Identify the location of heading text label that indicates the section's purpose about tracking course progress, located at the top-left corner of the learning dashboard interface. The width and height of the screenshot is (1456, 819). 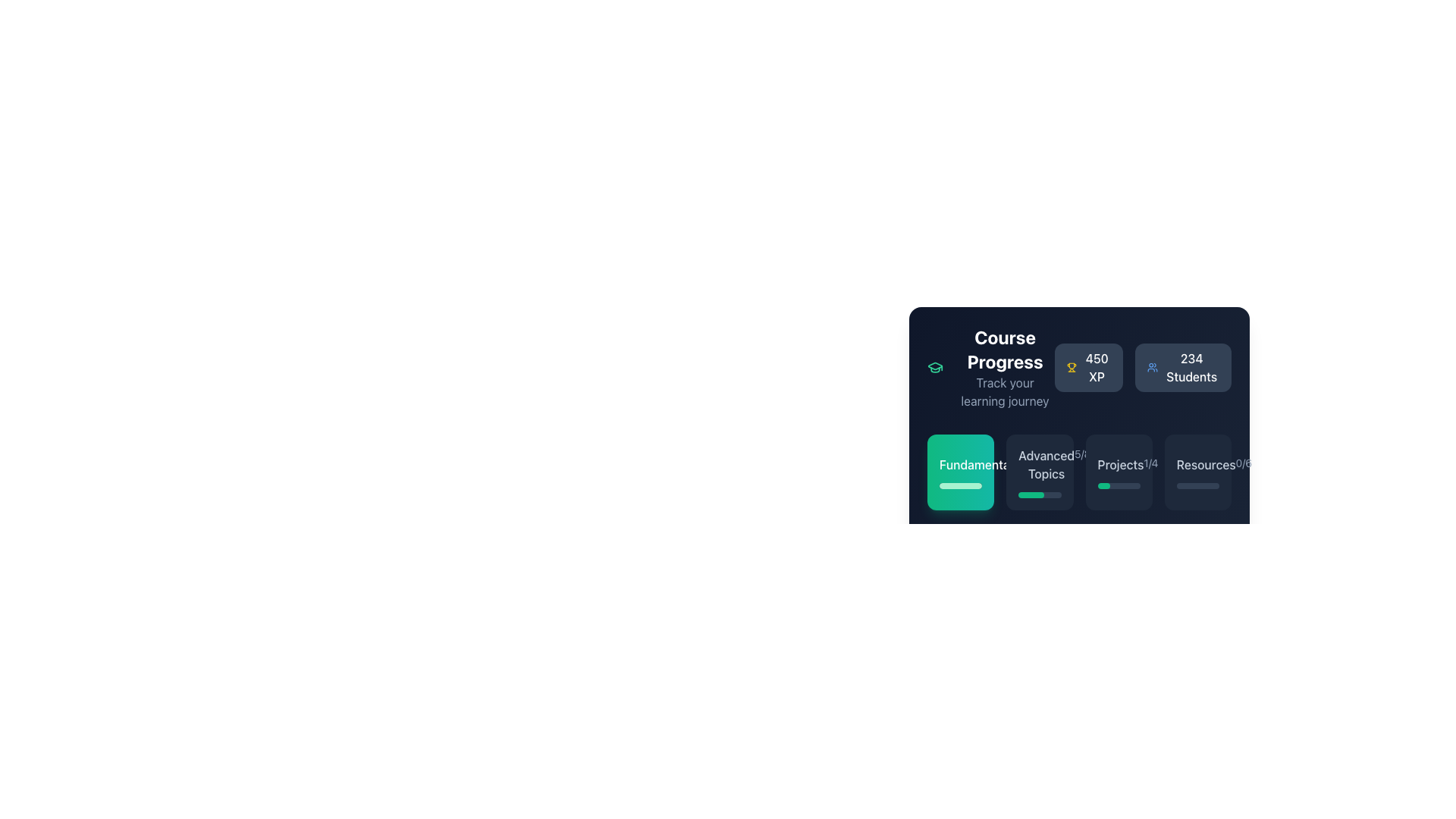
(1005, 350).